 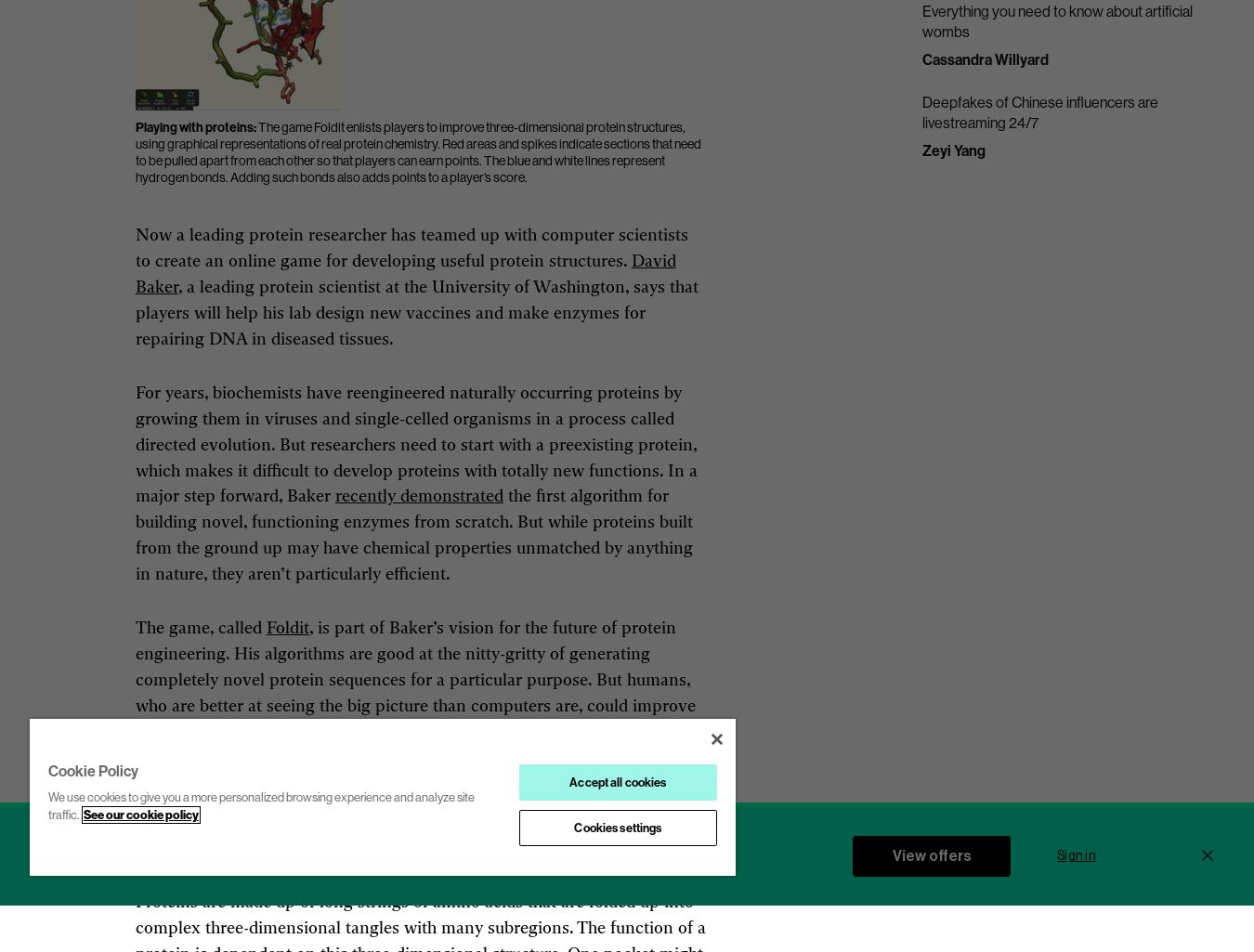 I want to click on ', a leading protein scientist at the University of Washington, says that players will help his lab design new vaccines and make enzymes for repairing DNA in diseased tissues.', so click(x=134, y=313).